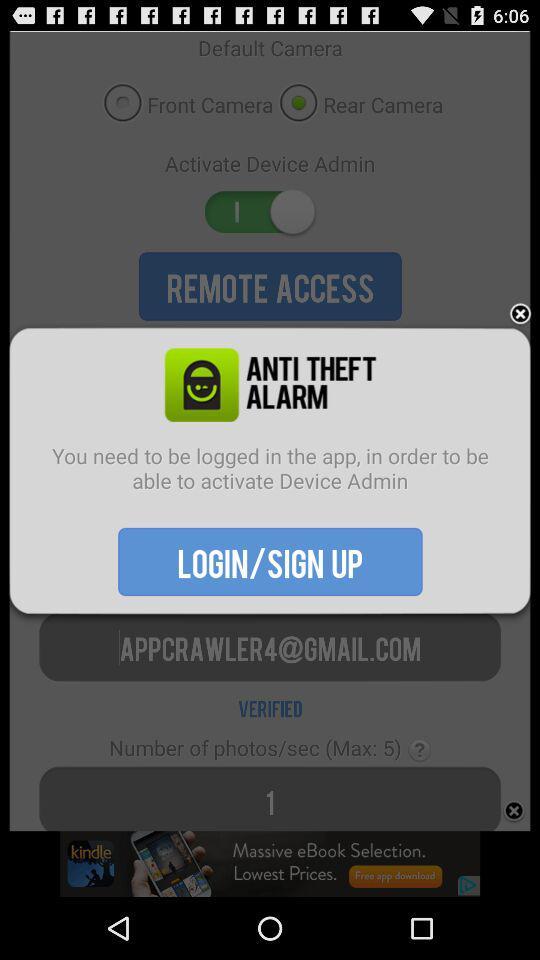 Image resolution: width=540 pixels, height=960 pixels. Describe the element at coordinates (520, 314) in the screenshot. I see `this window` at that location.